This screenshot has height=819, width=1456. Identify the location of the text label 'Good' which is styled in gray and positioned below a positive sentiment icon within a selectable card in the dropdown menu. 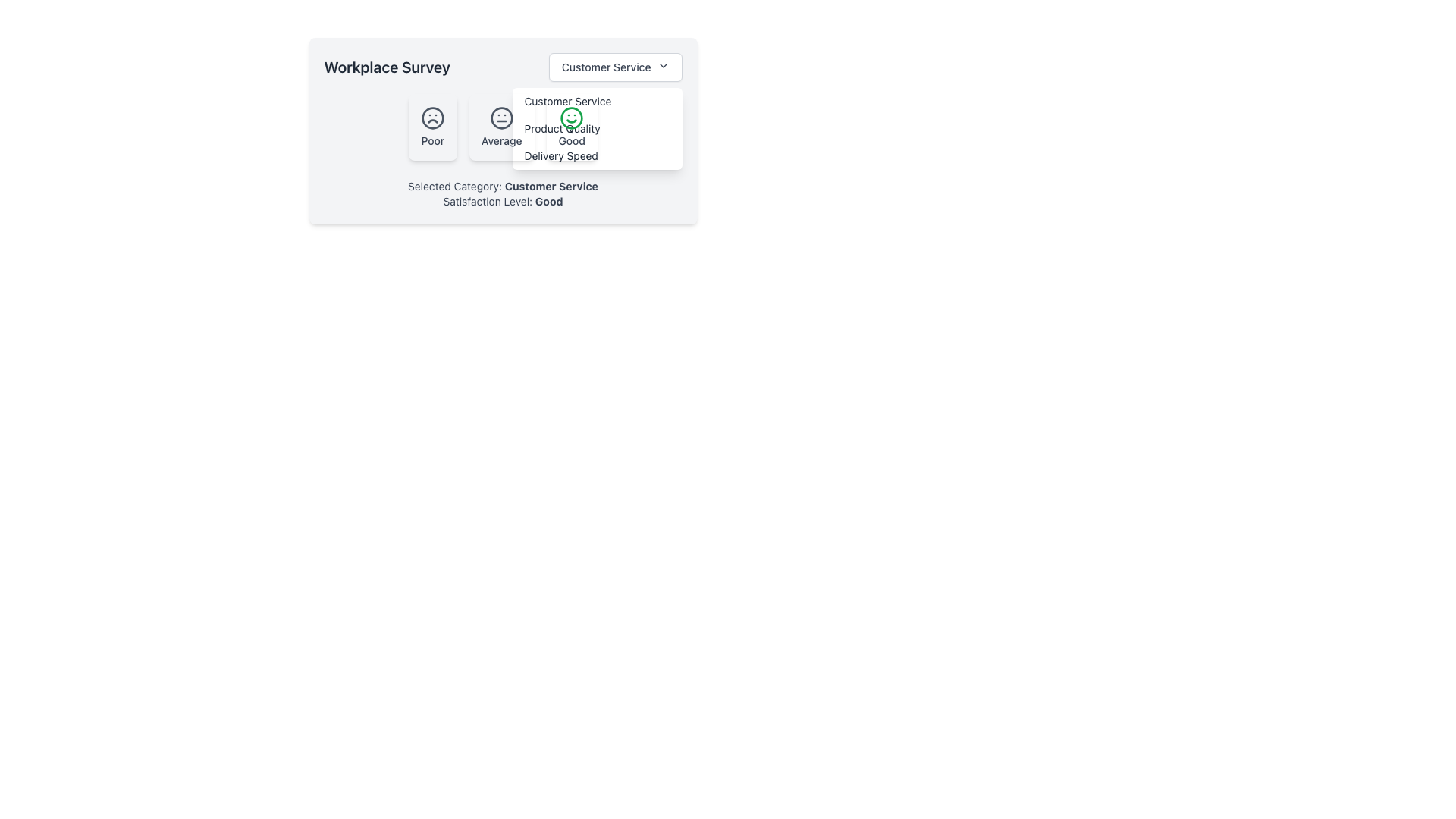
(571, 140).